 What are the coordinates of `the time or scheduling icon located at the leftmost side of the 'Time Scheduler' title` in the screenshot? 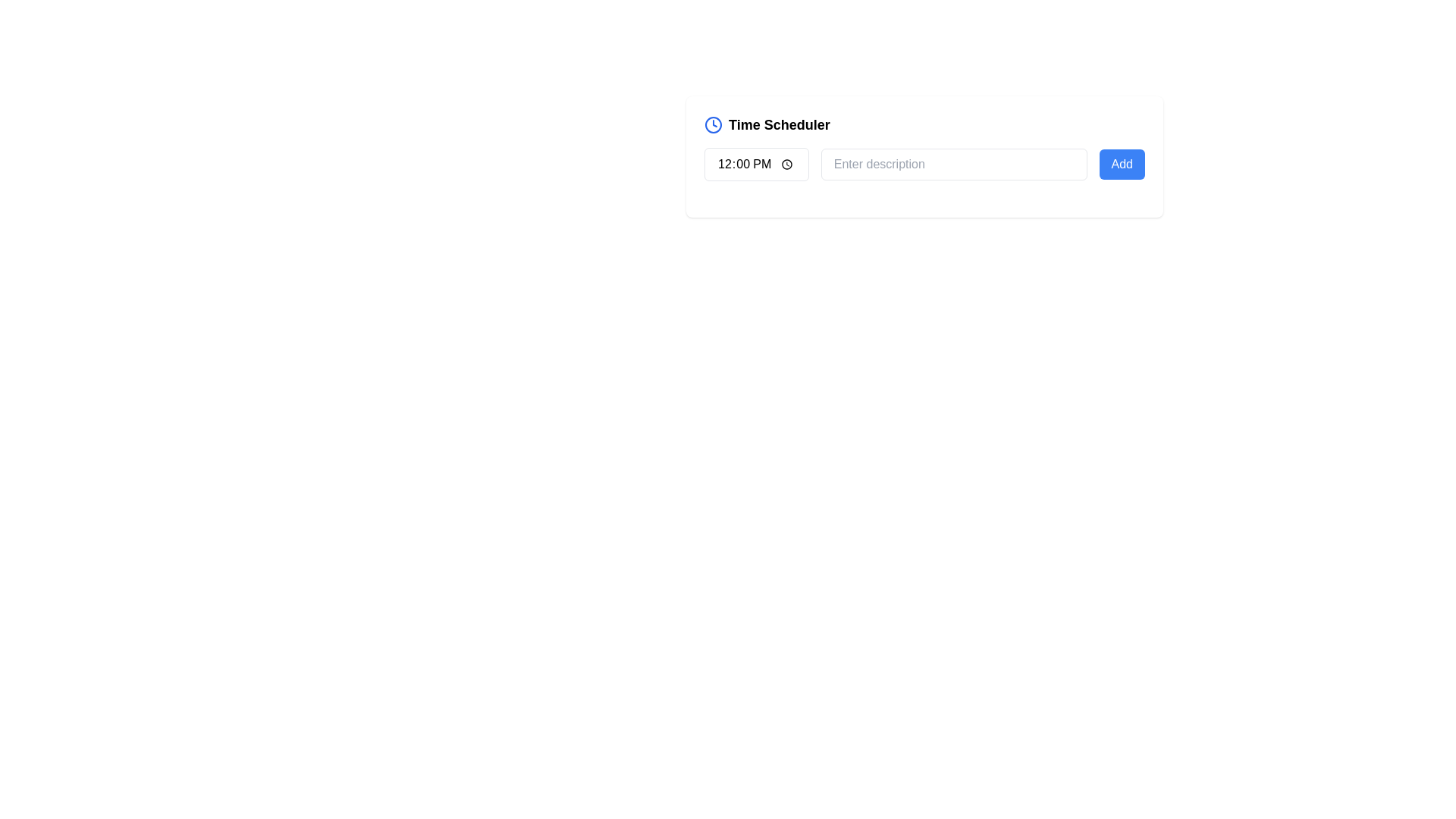 It's located at (712, 124).